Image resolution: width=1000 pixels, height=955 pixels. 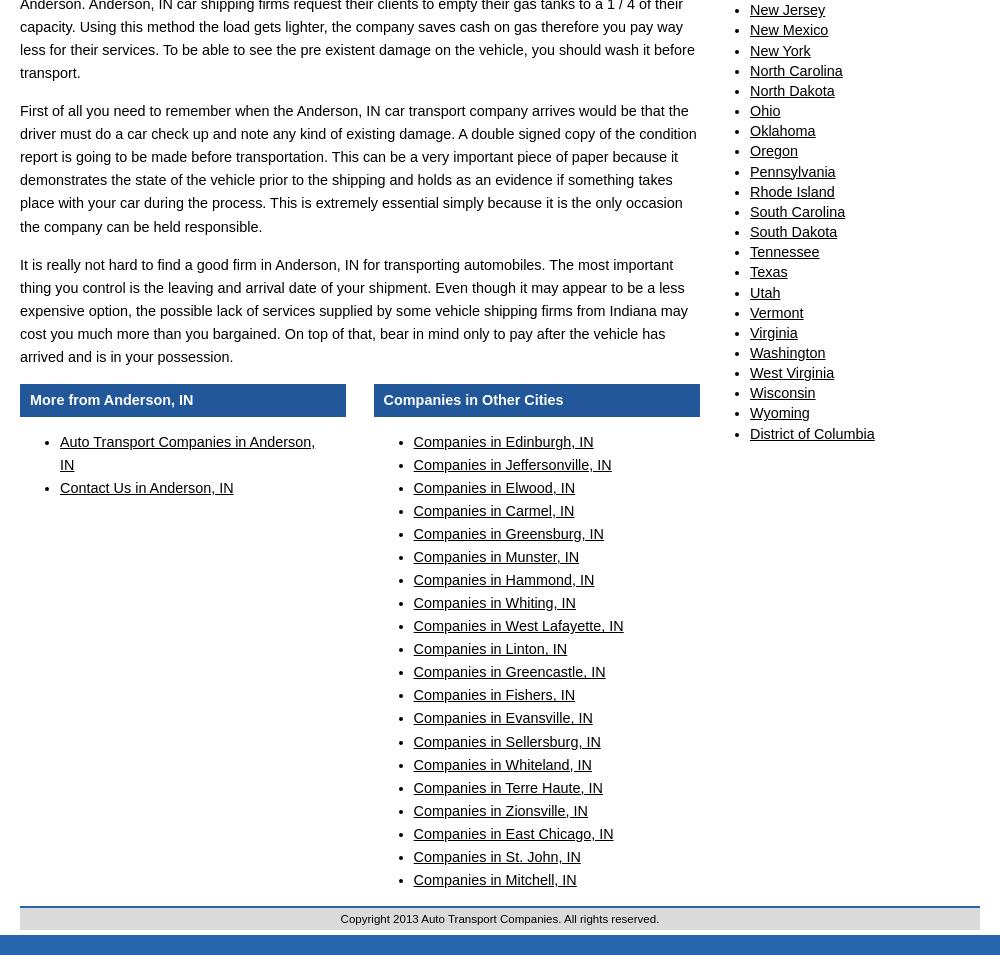 I want to click on 'Oregon', so click(x=774, y=149).